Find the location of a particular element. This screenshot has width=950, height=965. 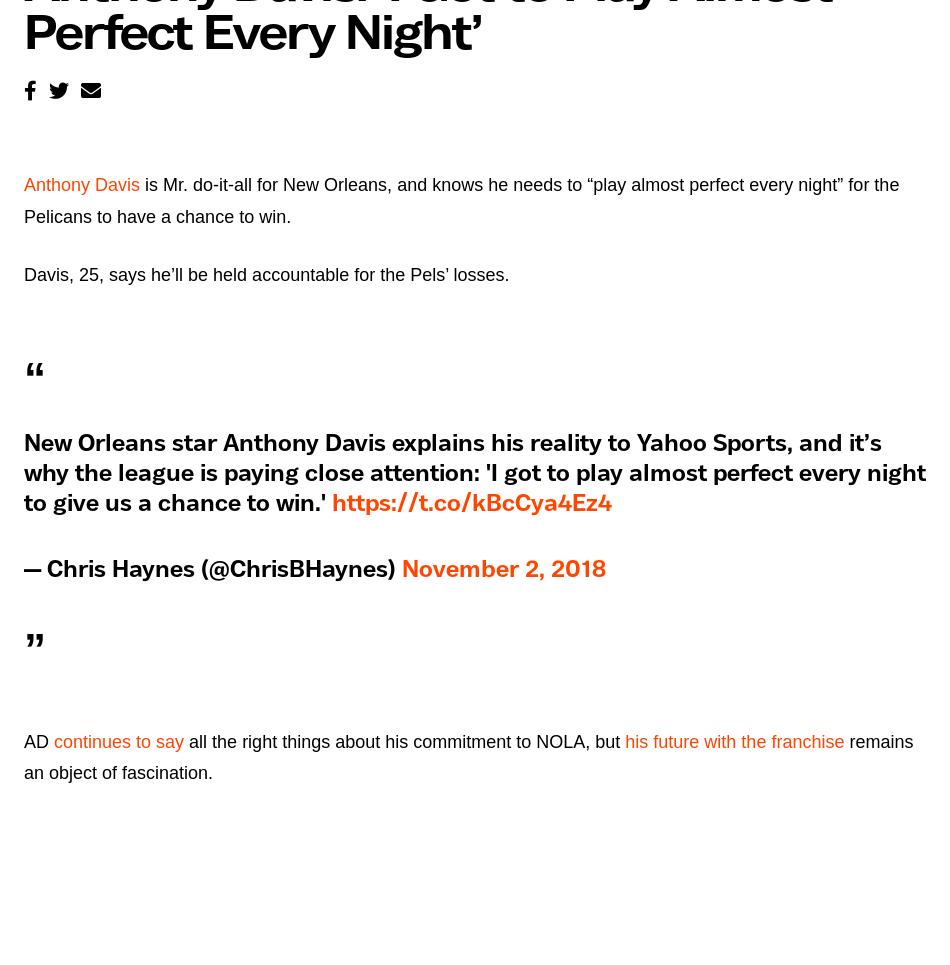

'remains an object of fascination.' is located at coordinates (467, 756).